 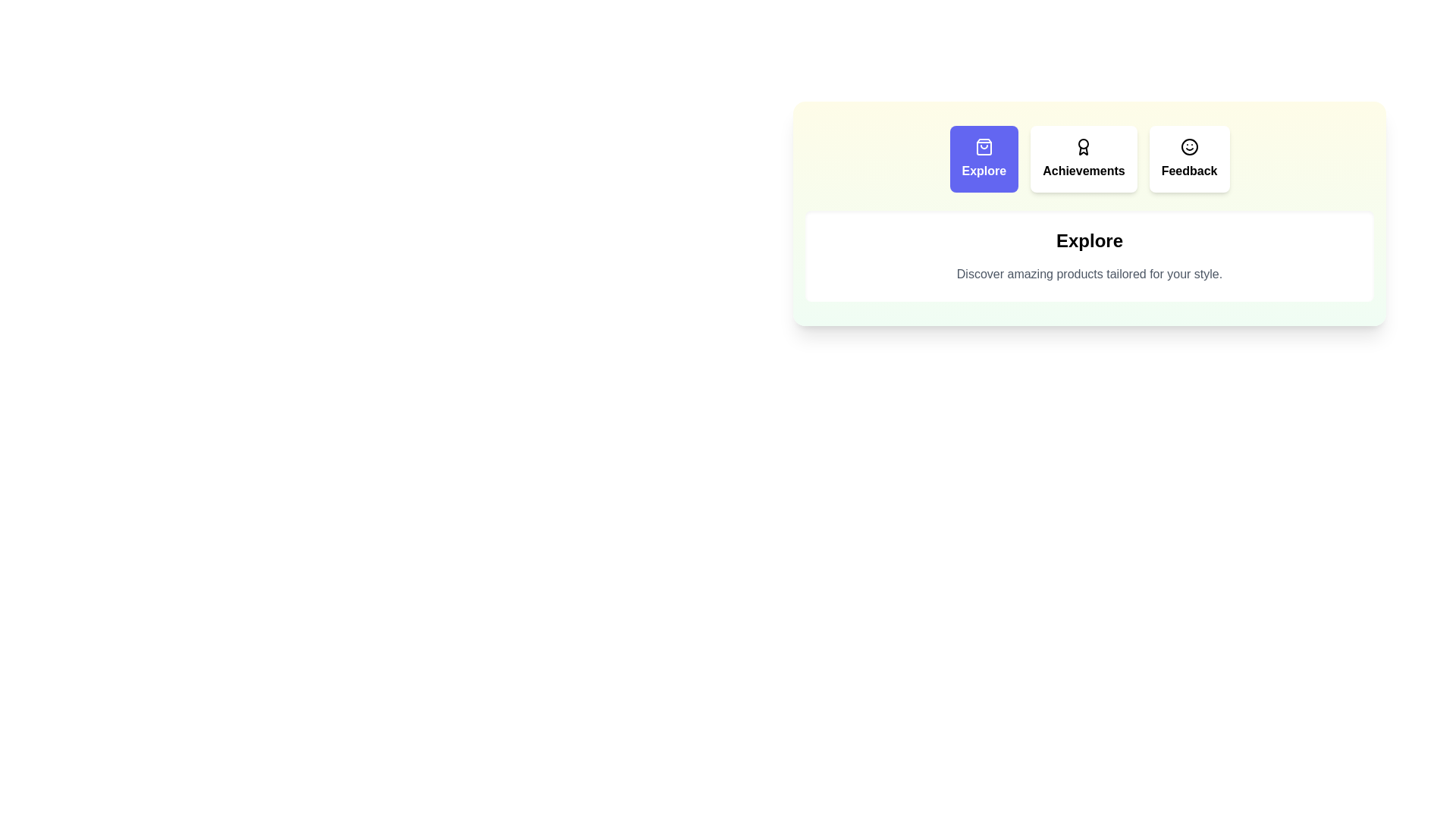 What do you see at coordinates (1083, 158) in the screenshot?
I see `the tab labeled Achievements to observe the hover effect` at bounding box center [1083, 158].